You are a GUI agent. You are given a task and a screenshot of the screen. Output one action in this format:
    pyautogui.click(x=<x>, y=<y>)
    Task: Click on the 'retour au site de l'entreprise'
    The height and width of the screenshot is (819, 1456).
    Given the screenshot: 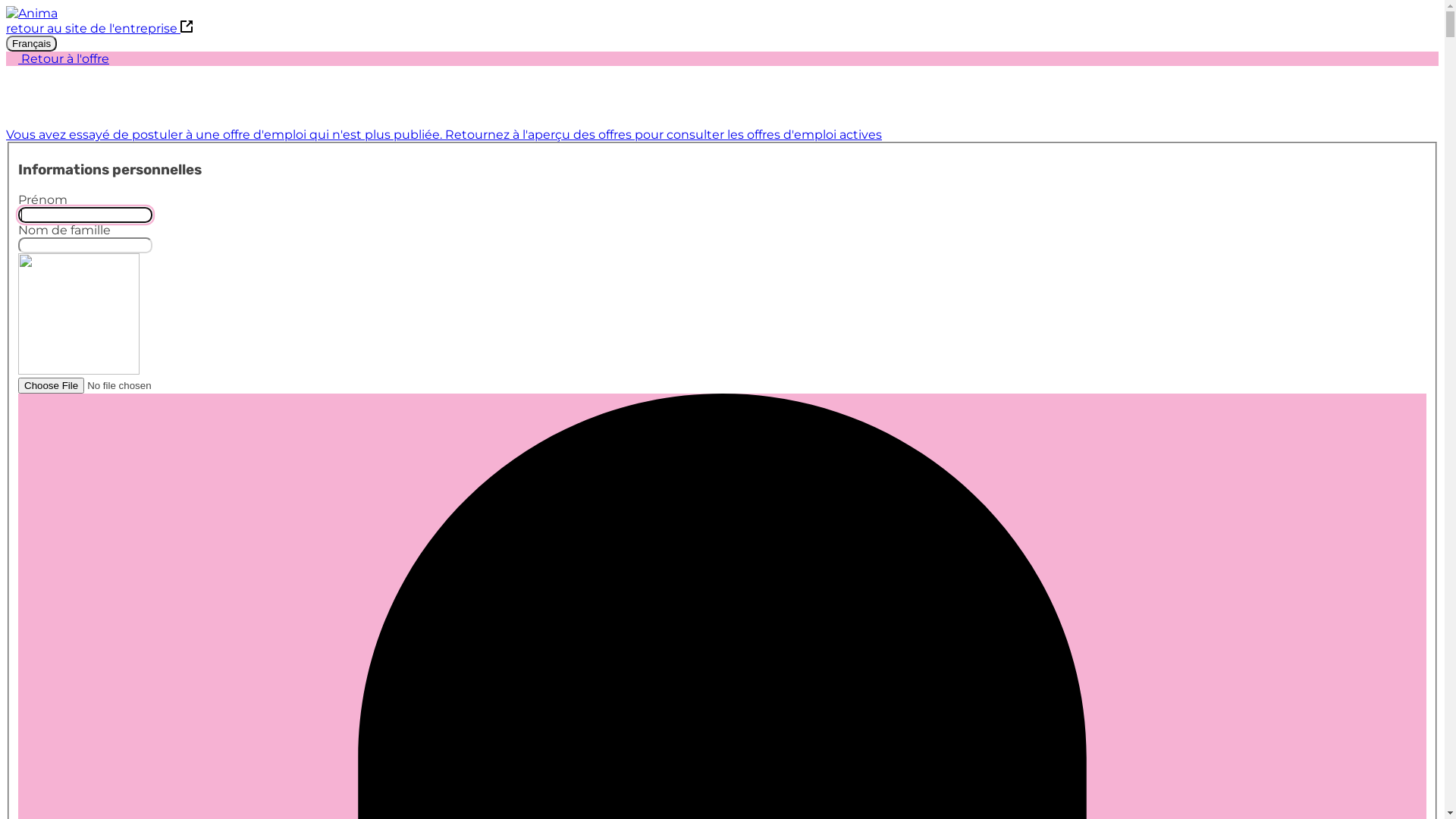 What is the action you would take?
    pyautogui.click(x=98, y=28)
    